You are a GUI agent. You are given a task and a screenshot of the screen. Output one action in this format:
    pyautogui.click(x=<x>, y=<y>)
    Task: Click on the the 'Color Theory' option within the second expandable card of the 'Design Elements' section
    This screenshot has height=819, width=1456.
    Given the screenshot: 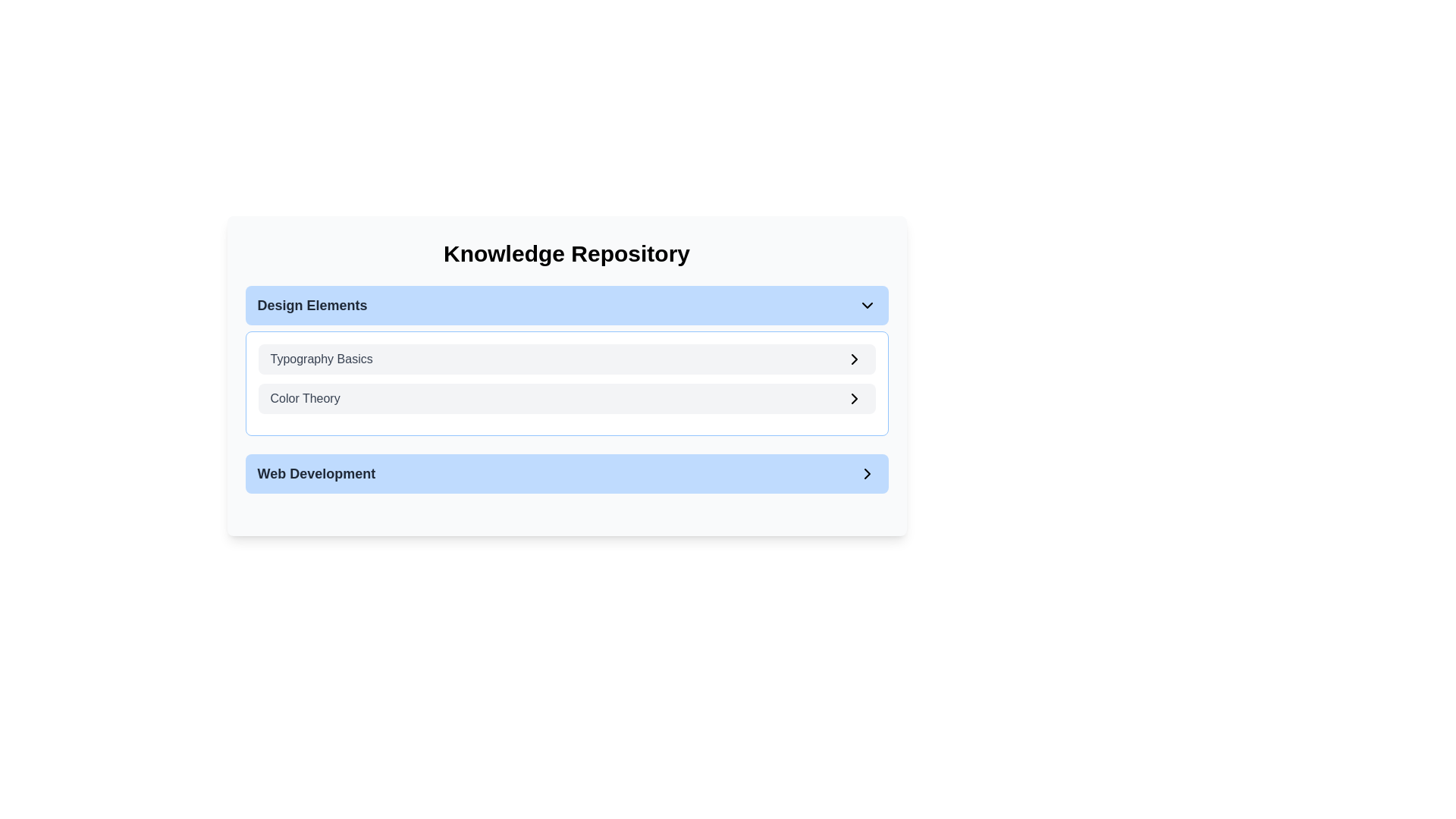 What is the action you would take?
    pyautogui.click(x=566, y=382)
    